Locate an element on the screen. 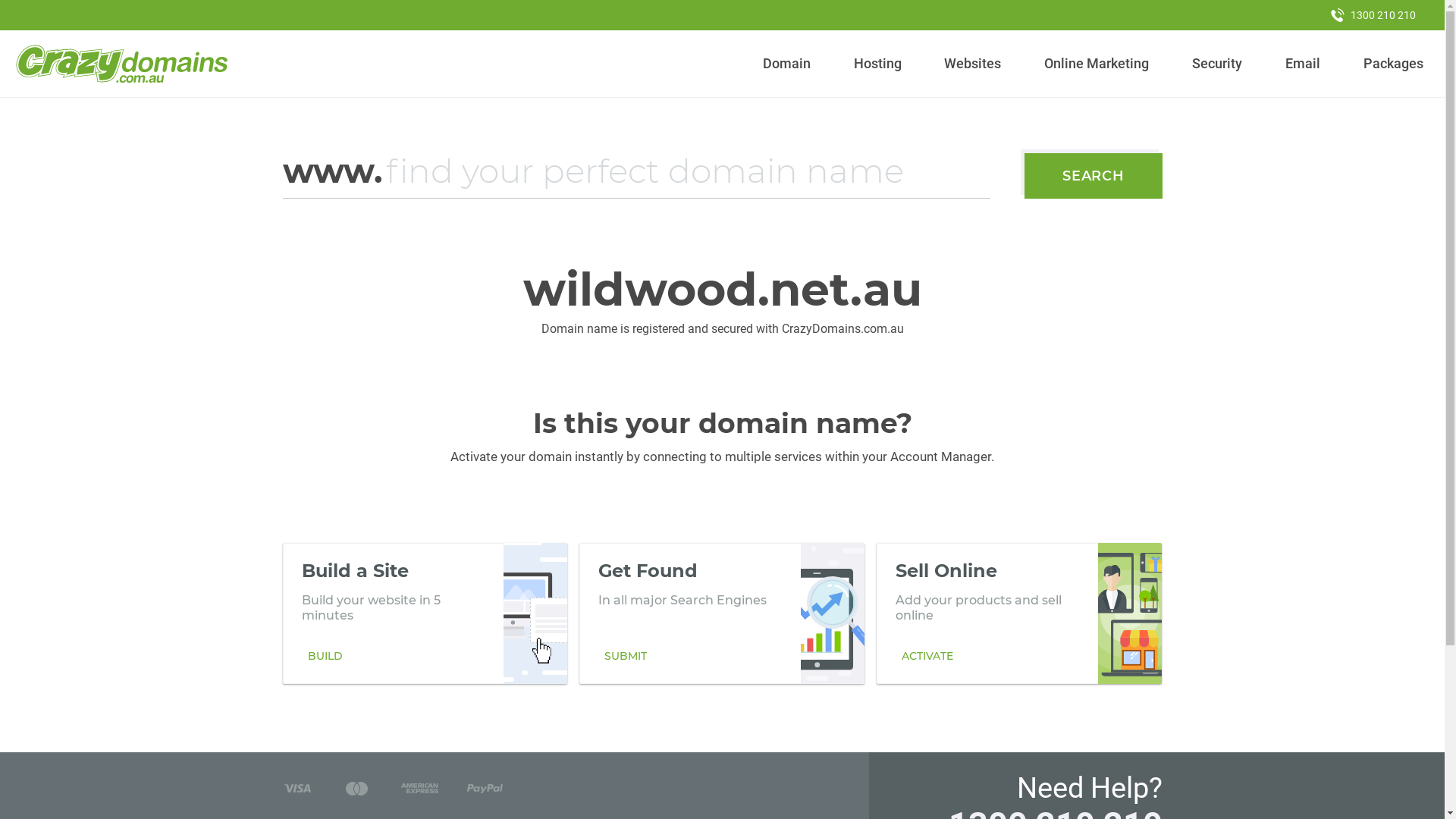  'Get Found is located at coordinates (720, 613).